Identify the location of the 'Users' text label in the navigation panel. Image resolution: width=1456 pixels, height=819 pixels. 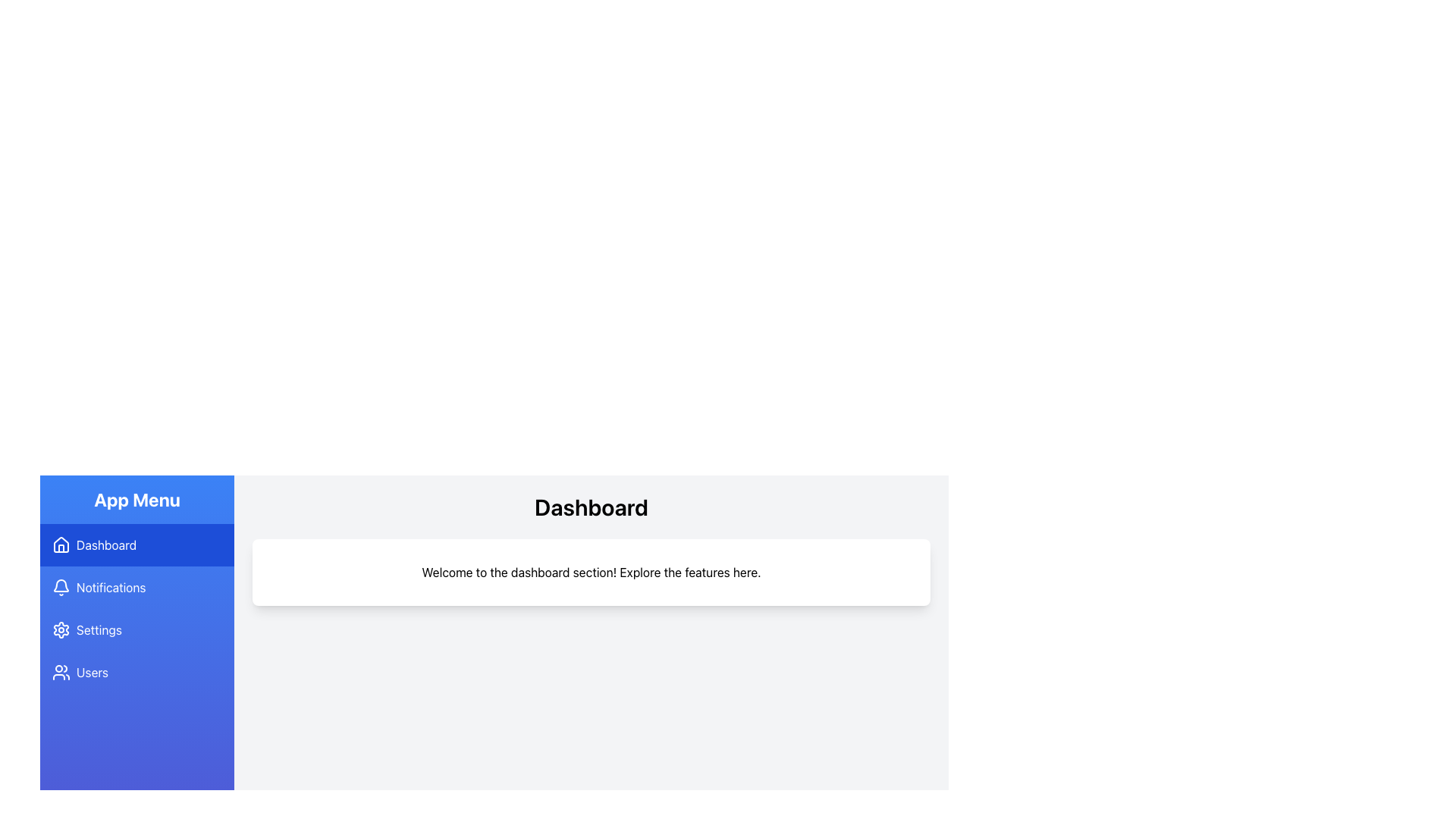
(92, 672).